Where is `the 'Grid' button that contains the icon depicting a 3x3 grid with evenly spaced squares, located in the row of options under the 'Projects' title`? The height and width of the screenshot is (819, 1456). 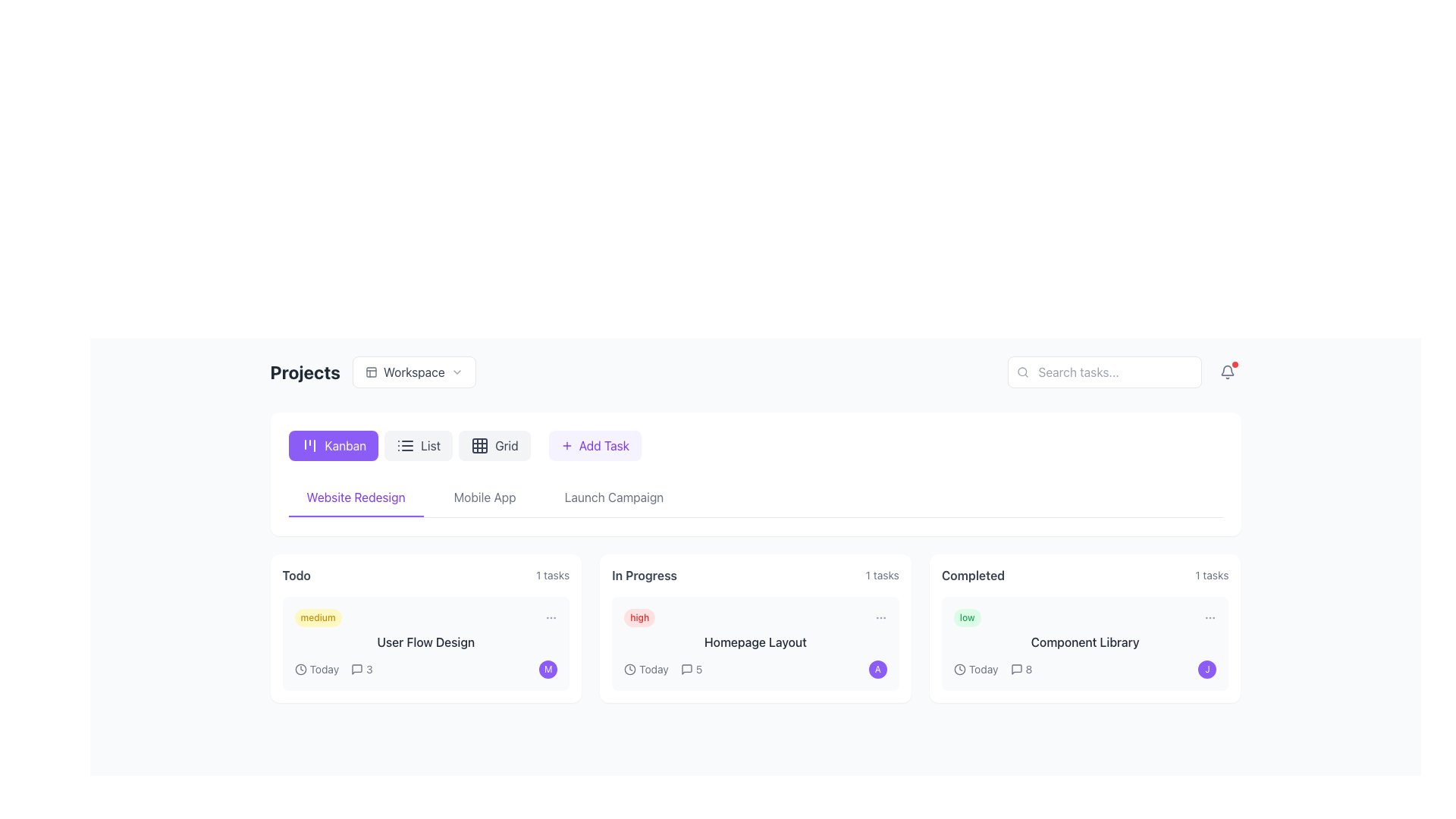
the 'Grid' button that contains the icon depicting a 3x3 grid with evenly spaced squares, located in the row of options under the 'Projects' title is located at coordinates (479, 444).